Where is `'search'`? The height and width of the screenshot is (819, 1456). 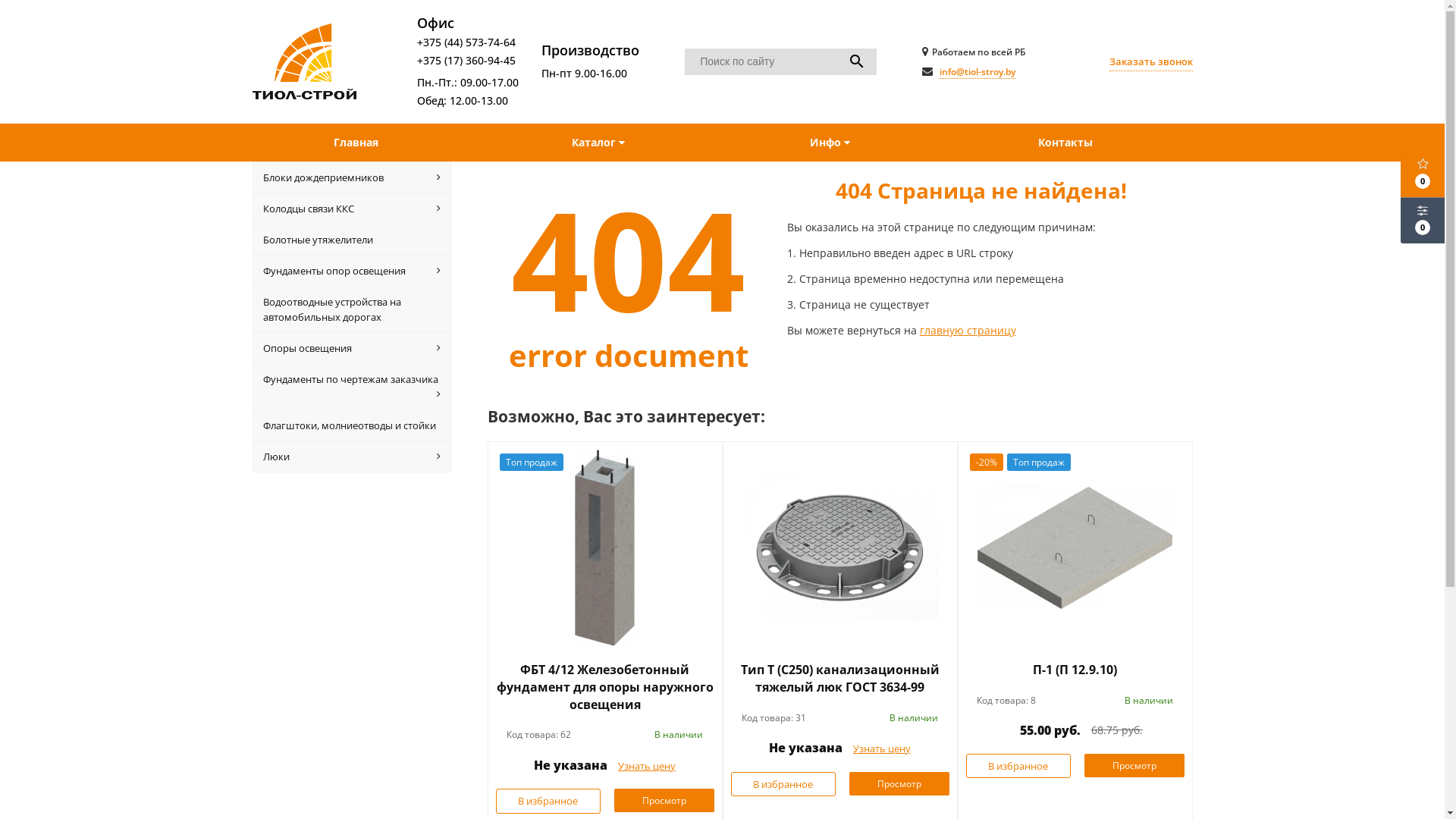 'search' is located at coordinates (856, 61).